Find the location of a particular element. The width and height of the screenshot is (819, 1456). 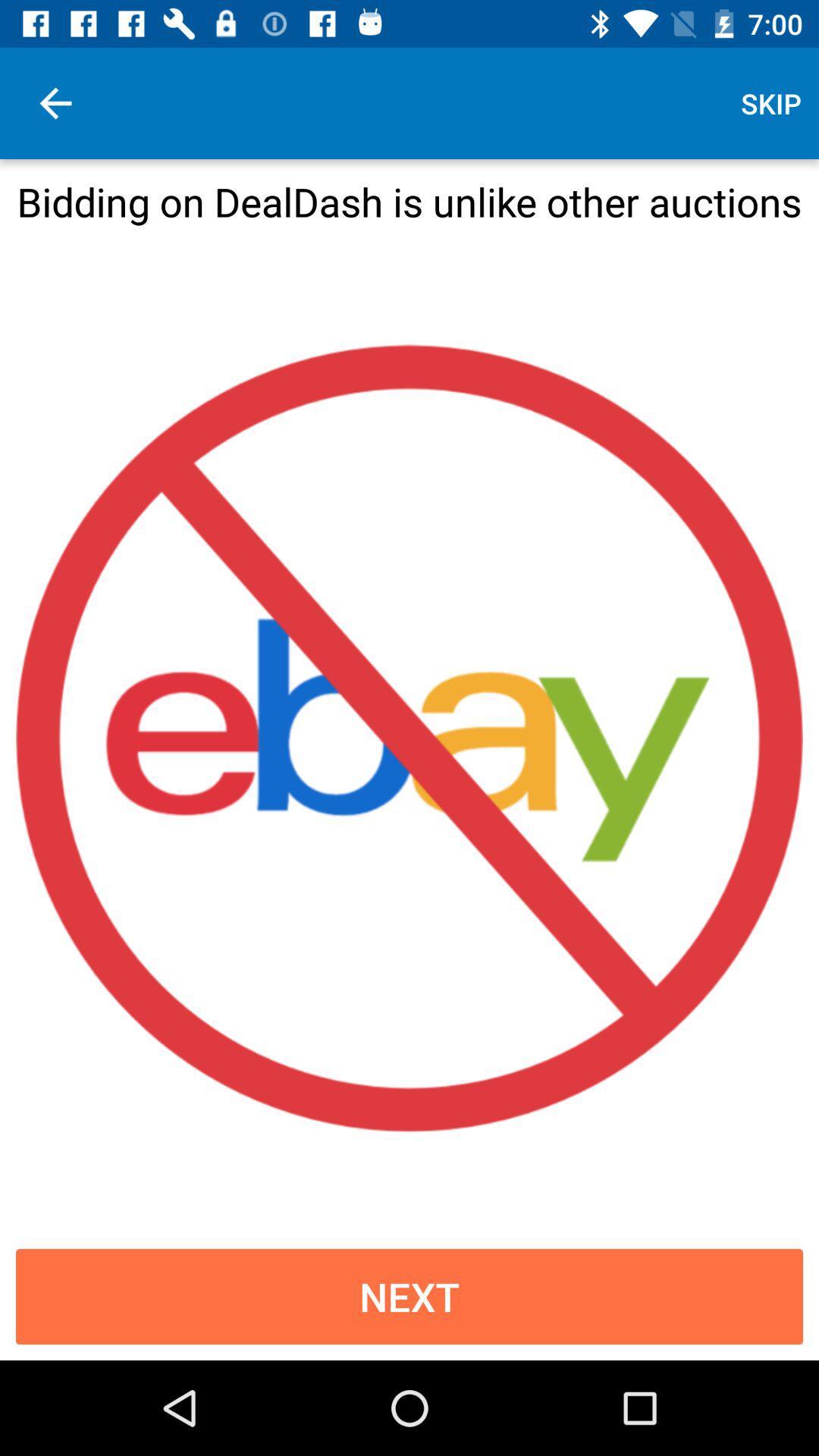

item above the bidding on dealdash item is located at coordinates (771, 102).